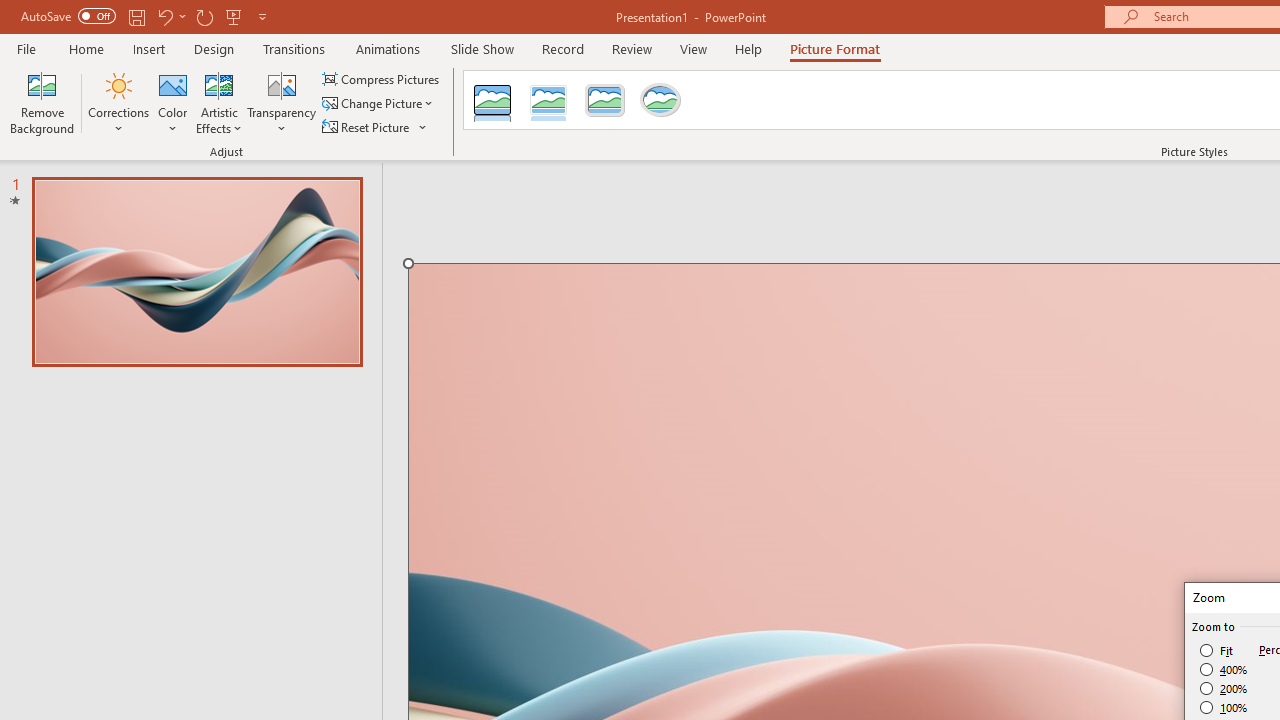 The width and height of the screenshot is (1280, 720). What do you see at coordinates (379, 103) in the screenshot?
I see `'Change Picture'` at bounding box center [379, 103].